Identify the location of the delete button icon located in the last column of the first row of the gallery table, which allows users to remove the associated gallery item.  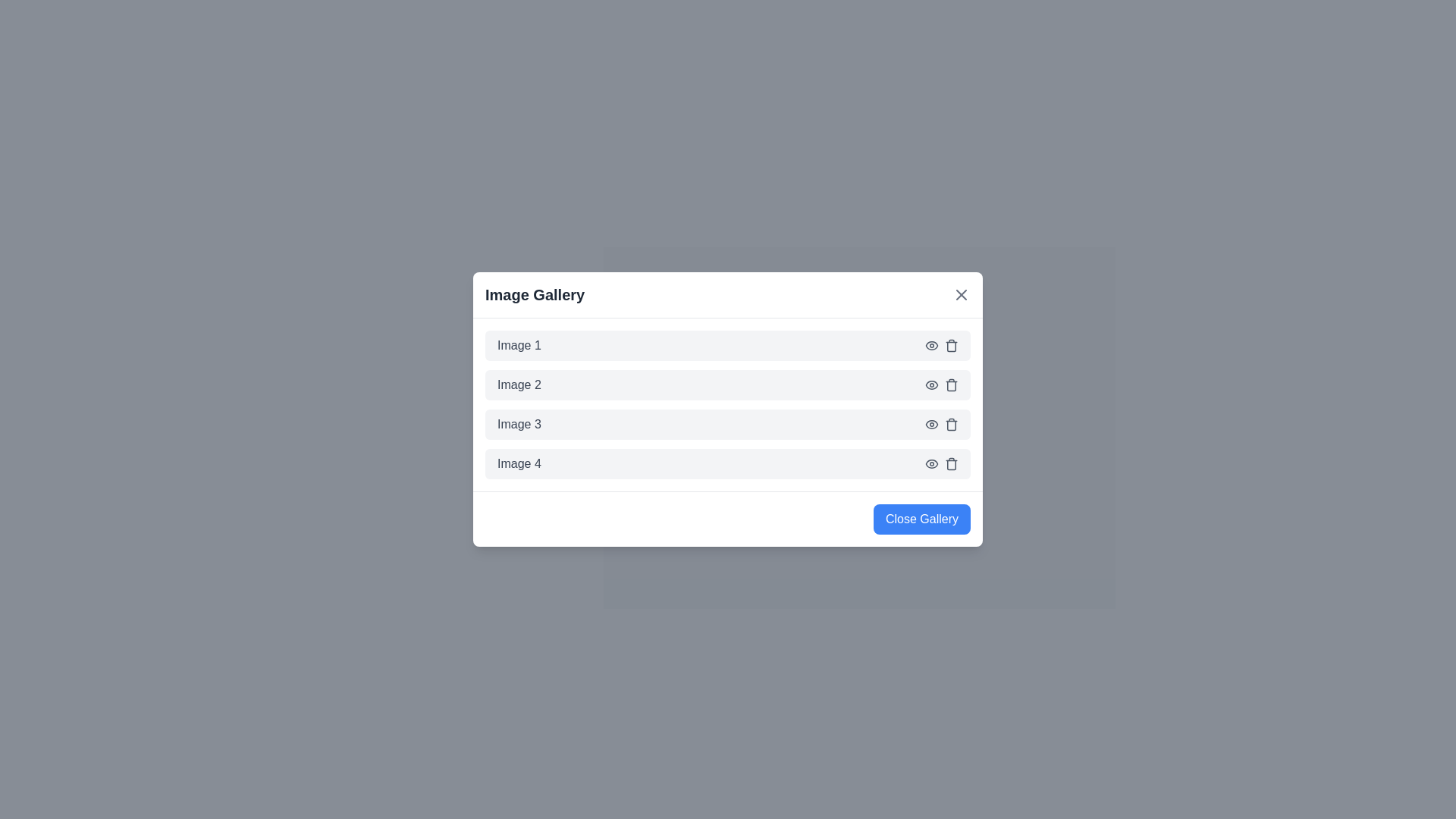
(950, 345).